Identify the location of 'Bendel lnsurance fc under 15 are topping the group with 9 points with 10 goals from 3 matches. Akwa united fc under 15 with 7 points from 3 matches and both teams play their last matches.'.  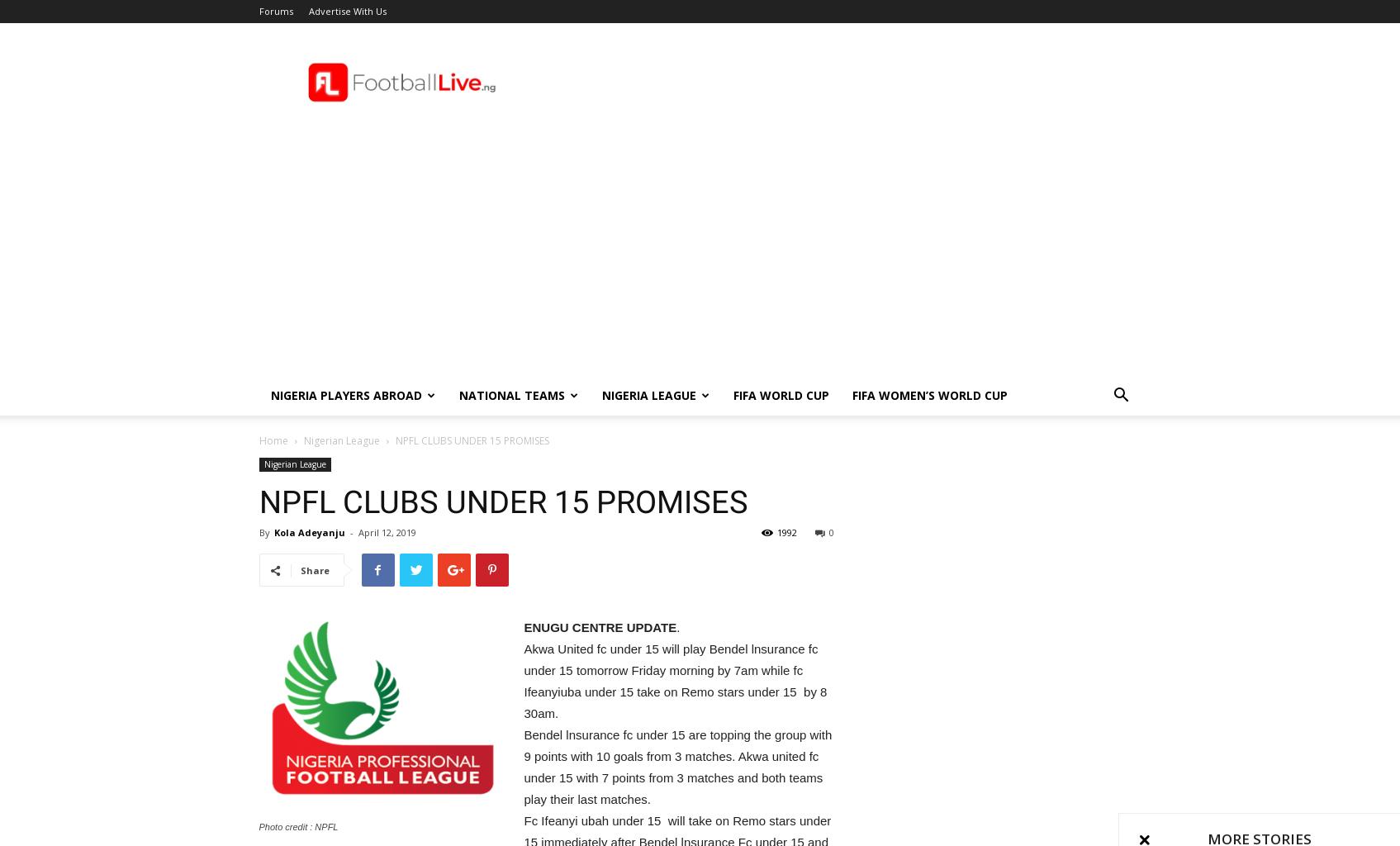
(677, 766).